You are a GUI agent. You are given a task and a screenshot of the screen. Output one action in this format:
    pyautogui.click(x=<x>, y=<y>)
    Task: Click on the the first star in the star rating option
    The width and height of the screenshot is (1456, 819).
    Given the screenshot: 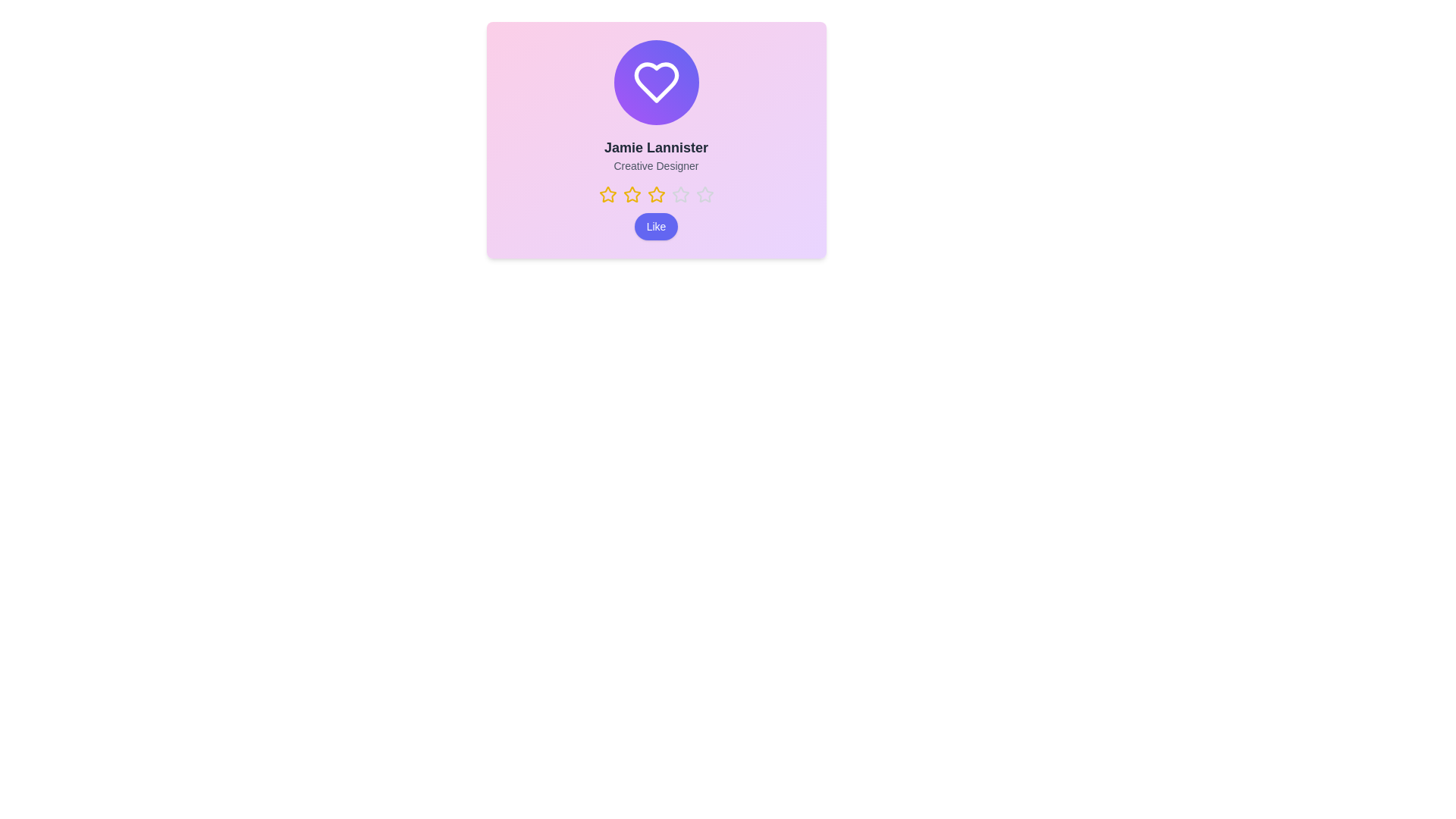 What is the action you would take?
    pyautogui.click(x=607, y=193)
    